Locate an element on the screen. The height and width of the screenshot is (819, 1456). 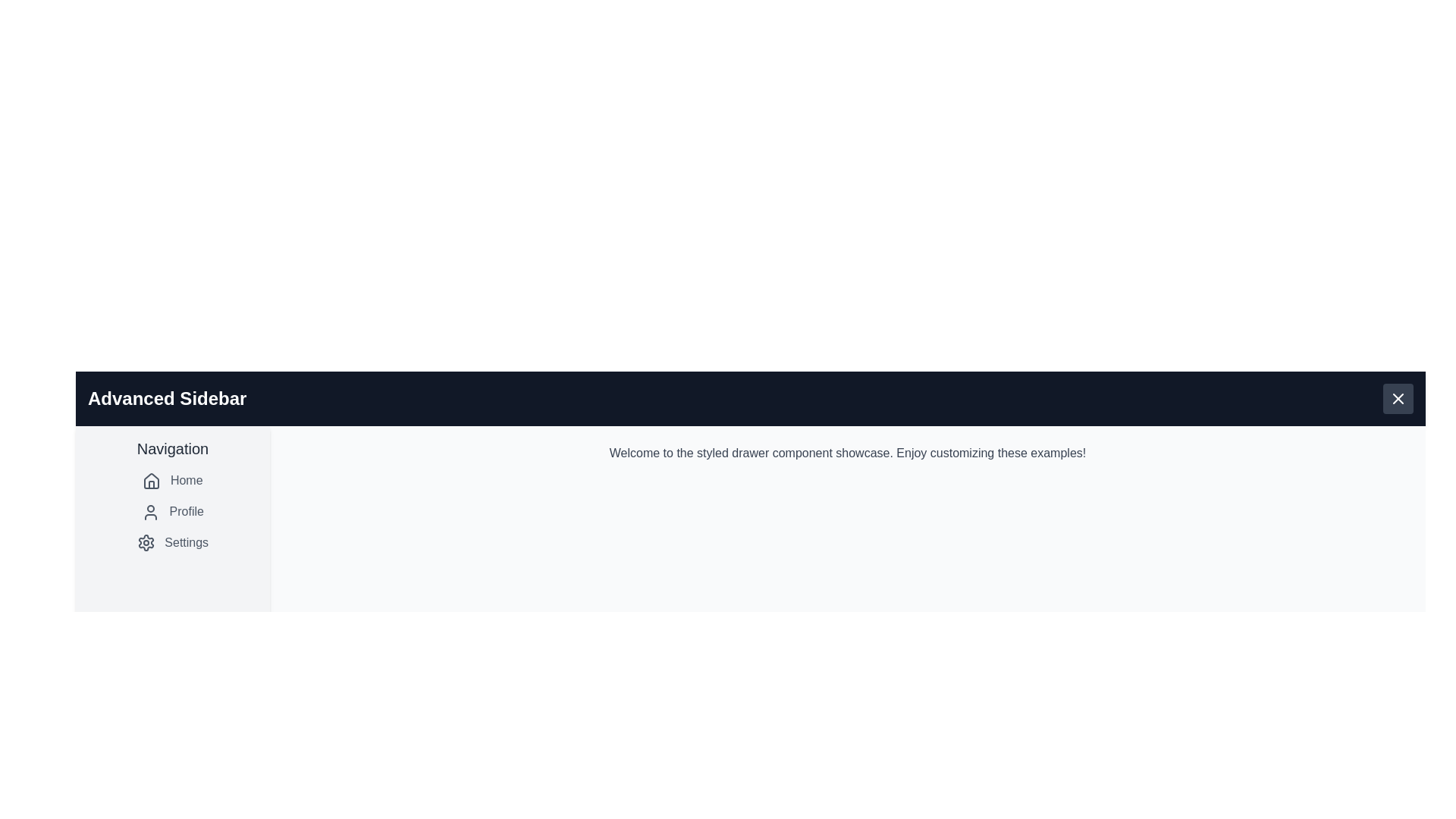
the settings gear icon located in the 'Settings' section of the vertical navigation menu is located at coordinates (146, 542).